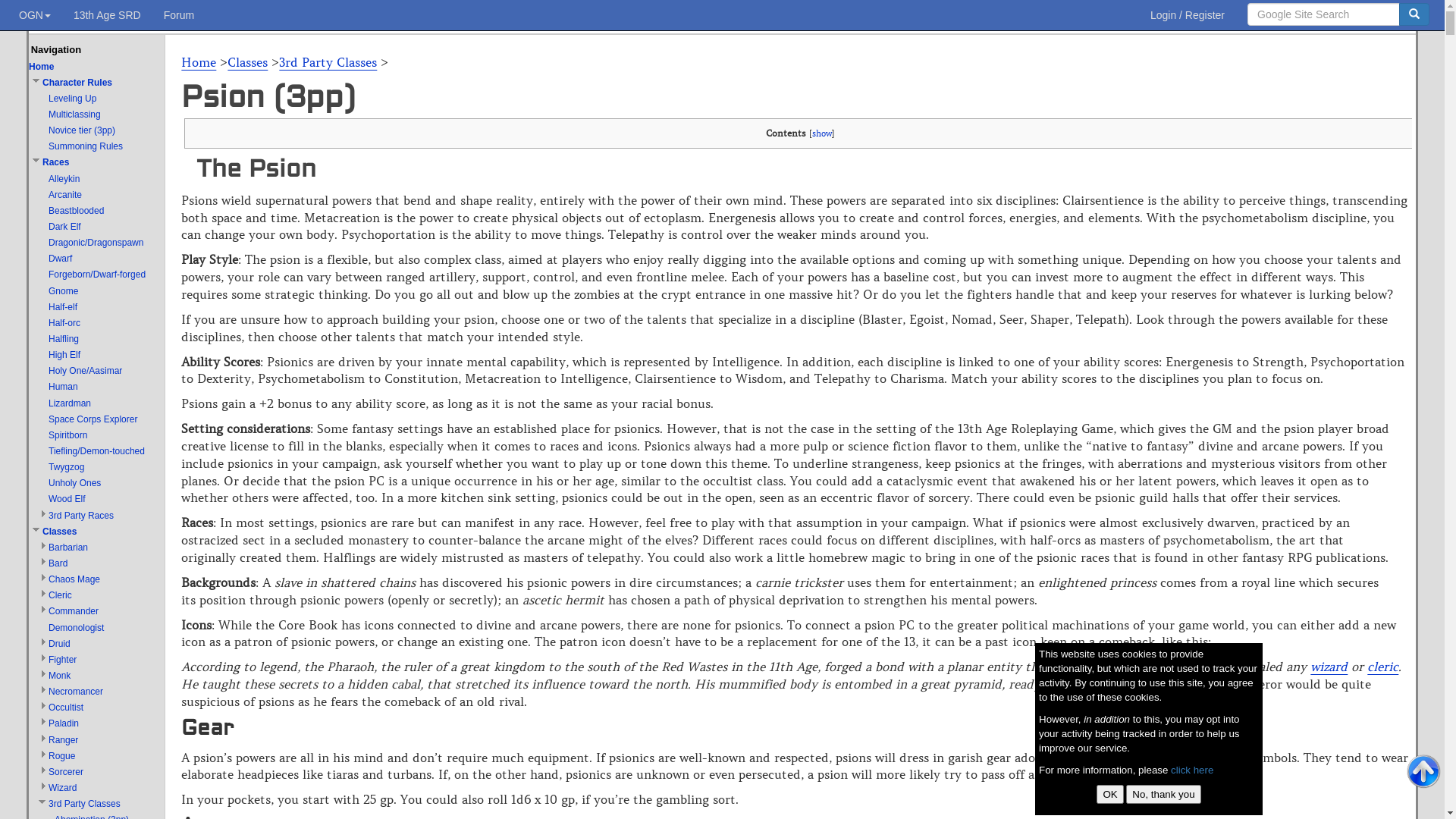  Describe the element at coordinates (61, 307) in the screenshot. I see `'Half-elf'` at that location.